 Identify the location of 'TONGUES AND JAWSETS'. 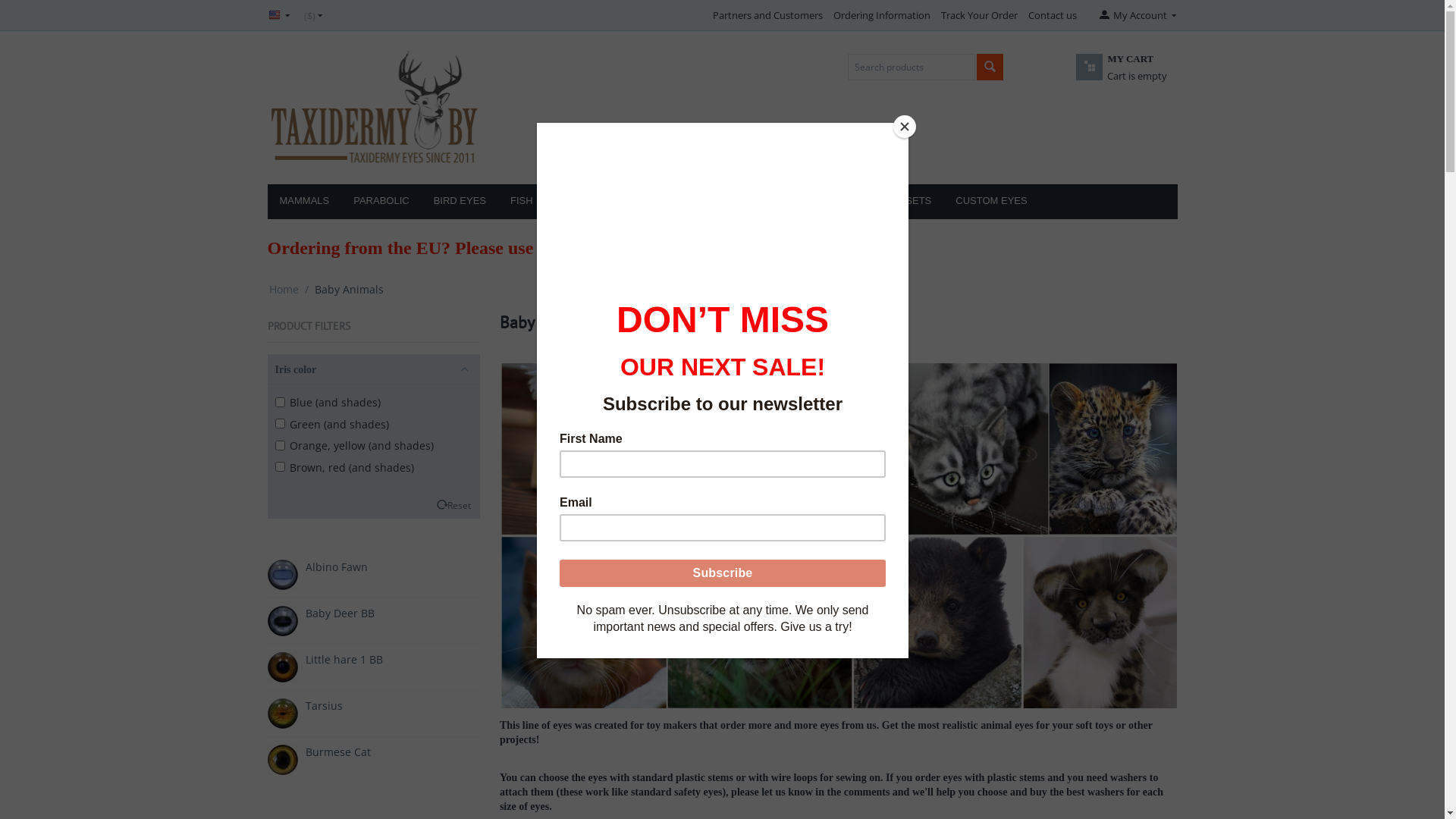
(871, 201).